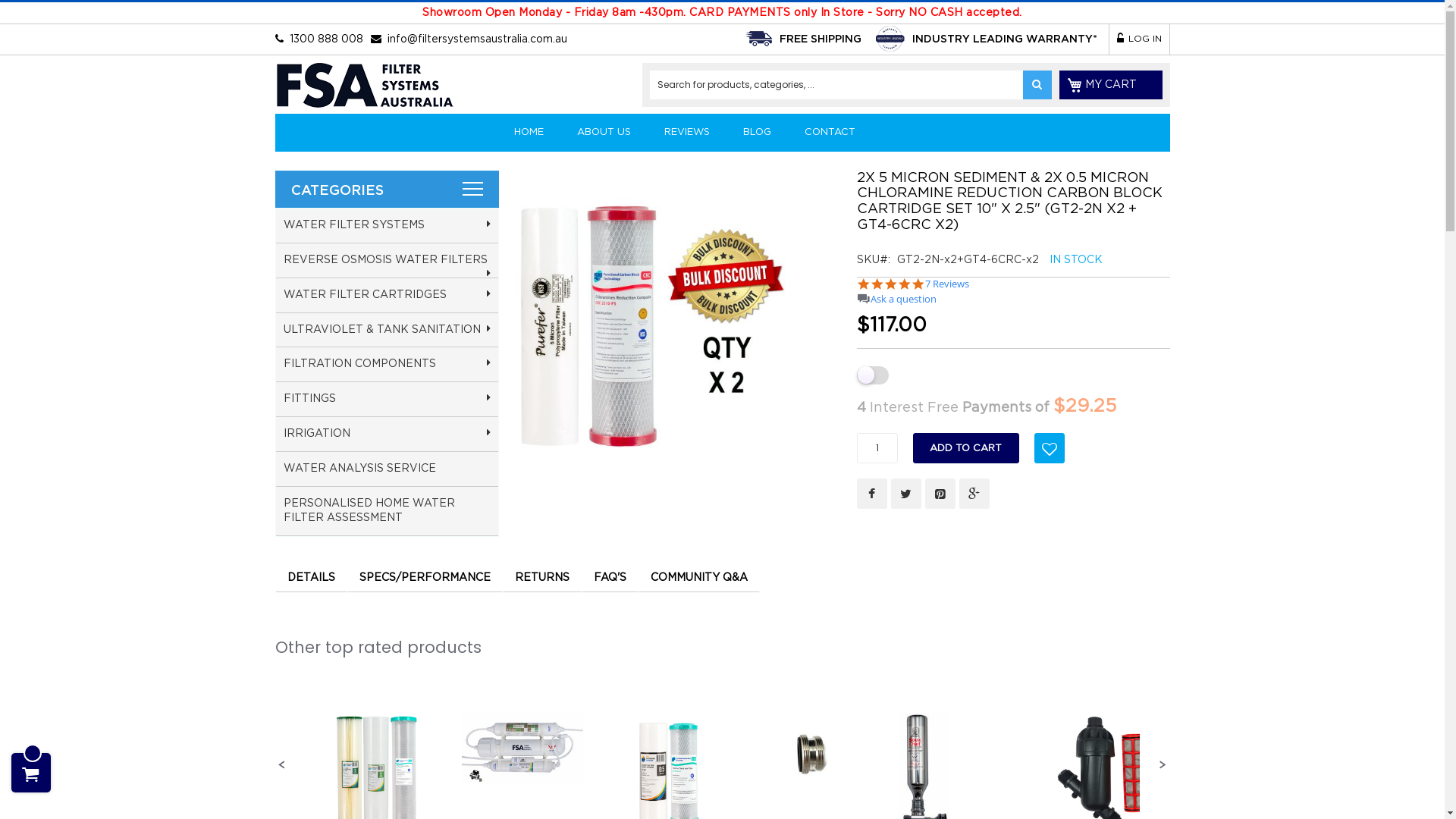 The height and width of the screenshot is (819, 1456). What do you see at coordinates (1036, 84) in the screenshot?
I see `'Search'` at bounding box center [1036, 84].